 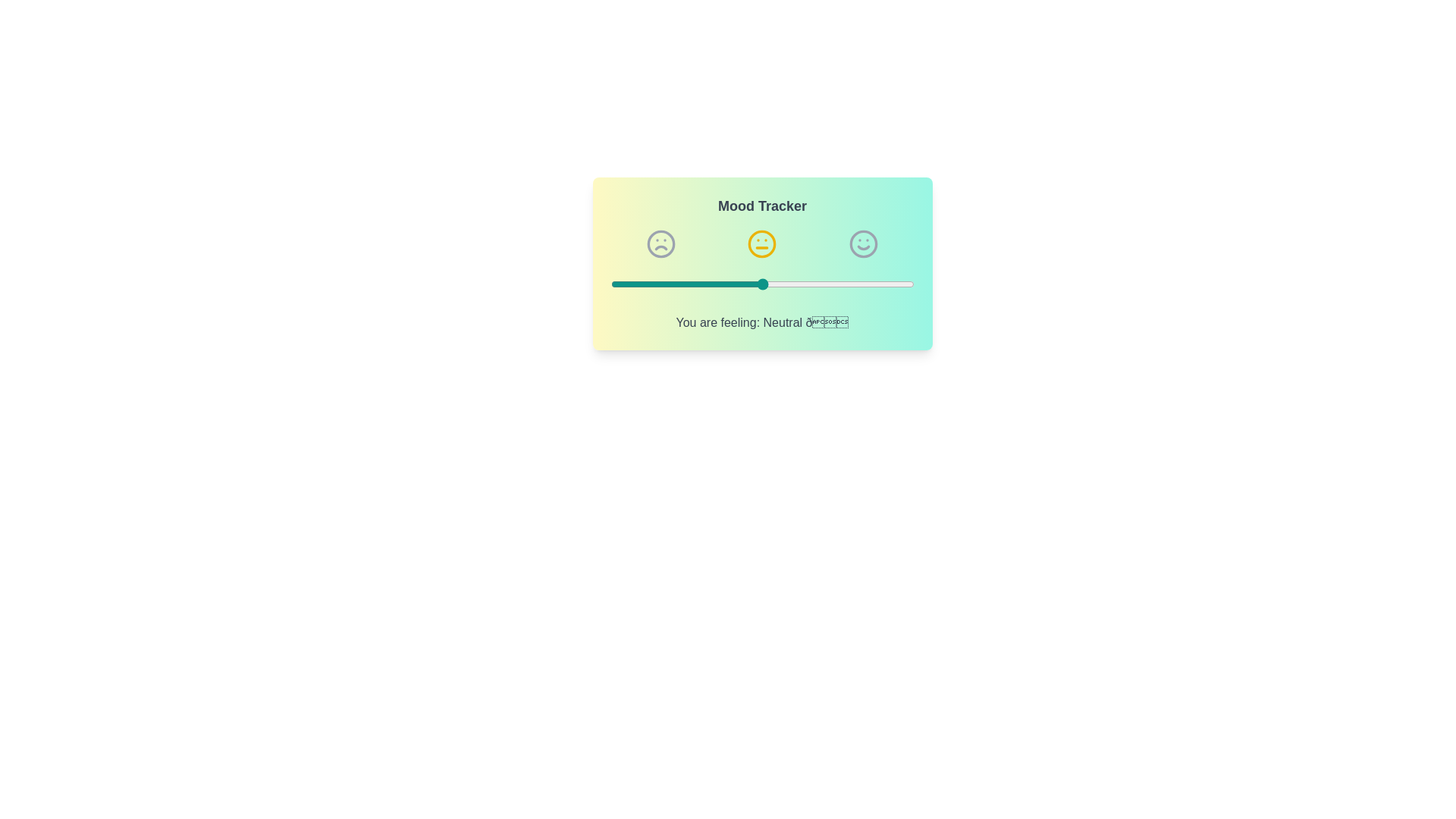 What do you see at coordinates (863, 243) in the screenshot?
I see `the mood icon corresponding to Happy` at bounding box center [863, 243].